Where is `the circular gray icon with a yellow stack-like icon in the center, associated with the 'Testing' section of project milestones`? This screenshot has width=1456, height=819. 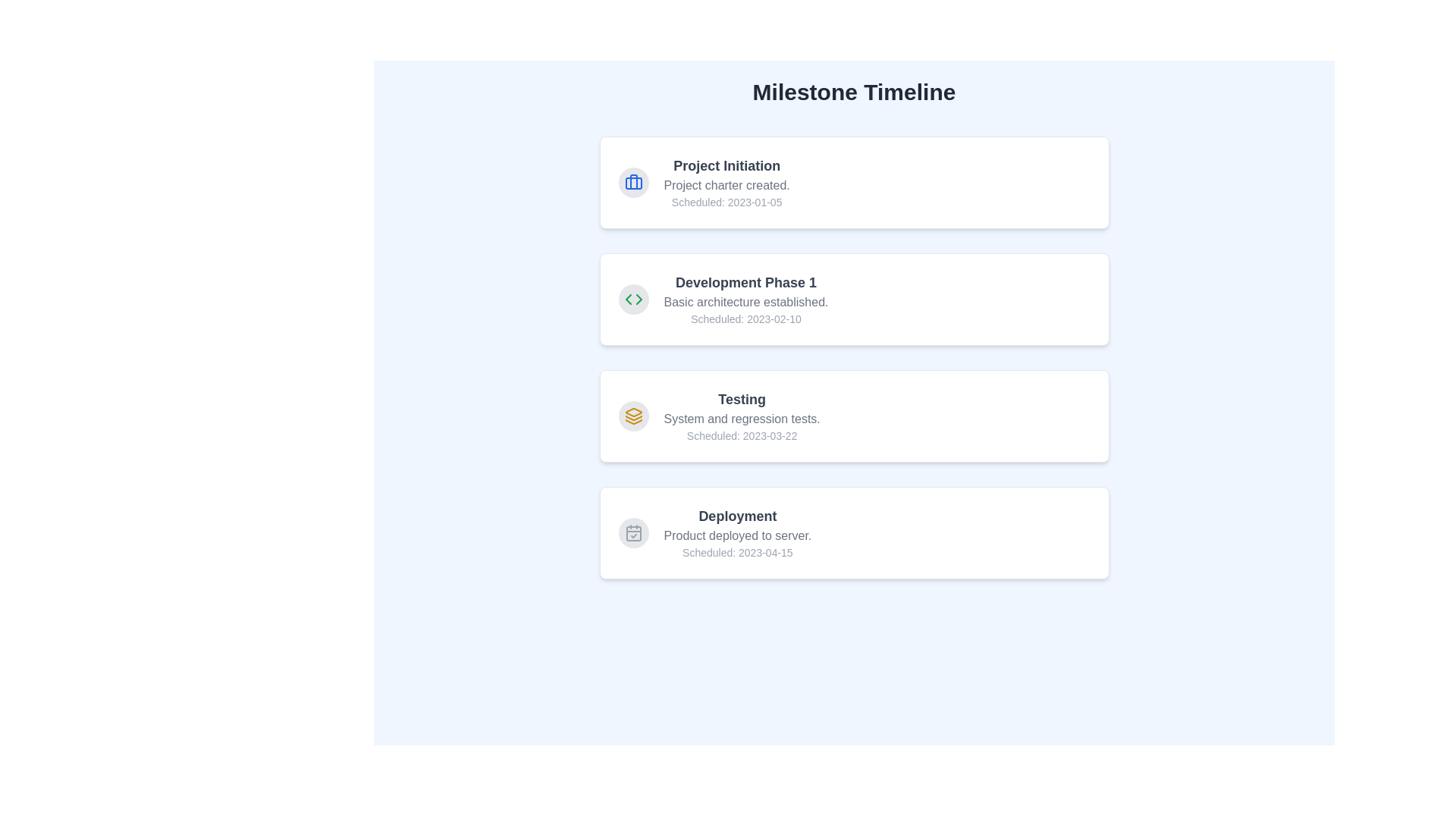 the circular gray icon with a yellow stack-like icon in the center, associated with the 'Testing' section of project milestones is located at coordinates (633, 416).